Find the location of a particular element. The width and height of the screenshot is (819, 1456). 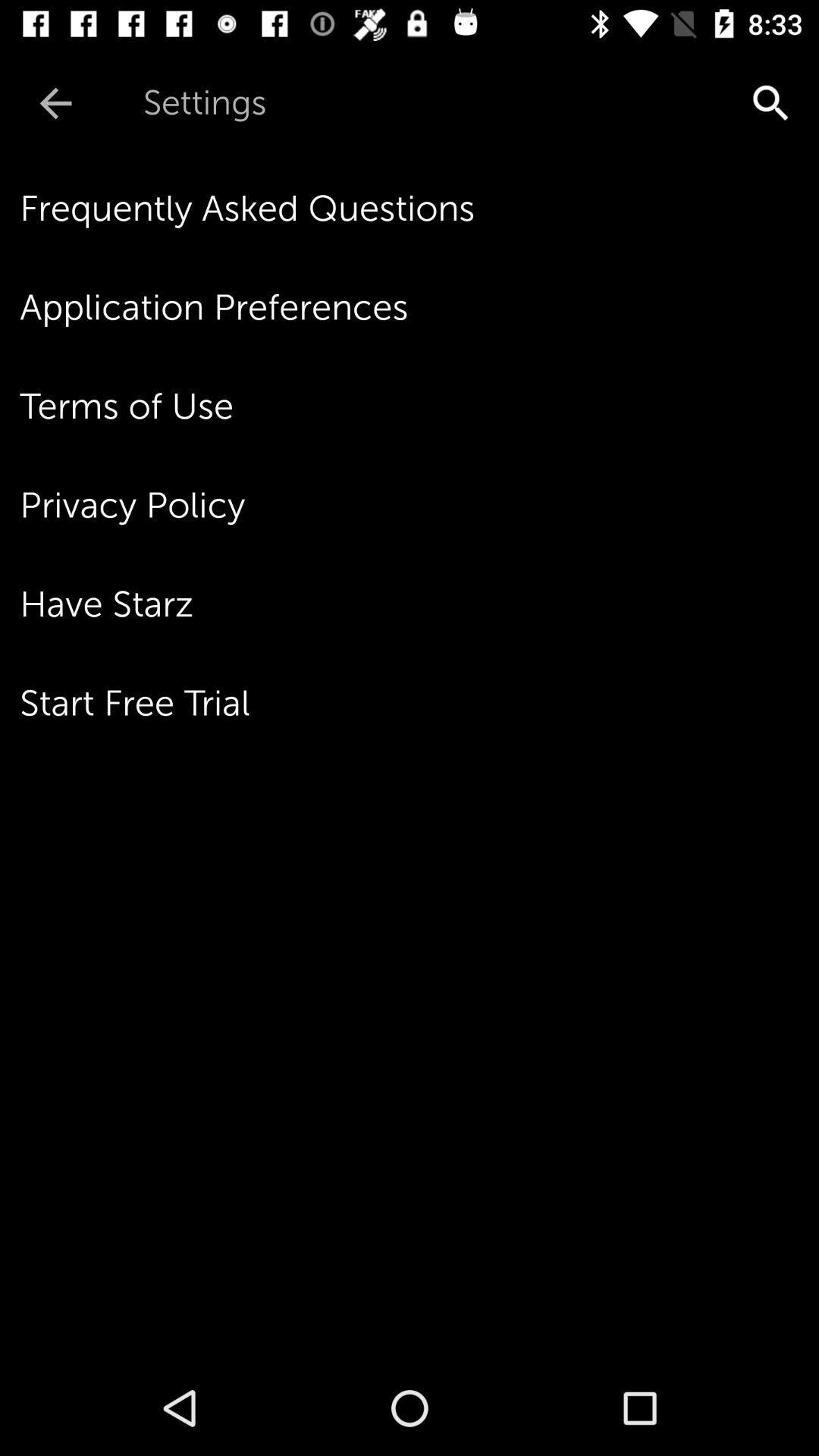

the application preferences item is located at coordinates (419, 306).